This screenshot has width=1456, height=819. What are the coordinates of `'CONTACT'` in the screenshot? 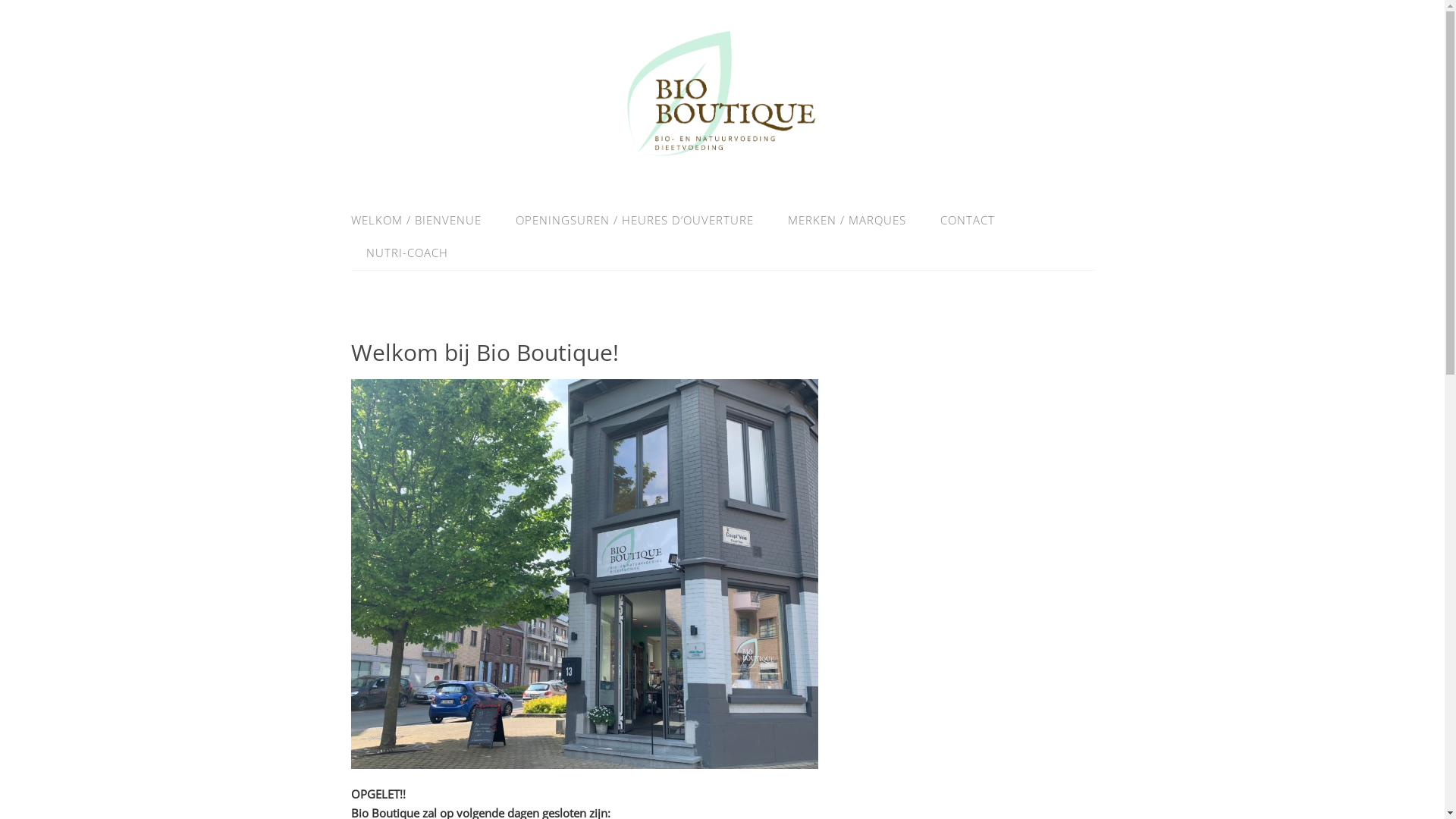 It's located at (924, 220).